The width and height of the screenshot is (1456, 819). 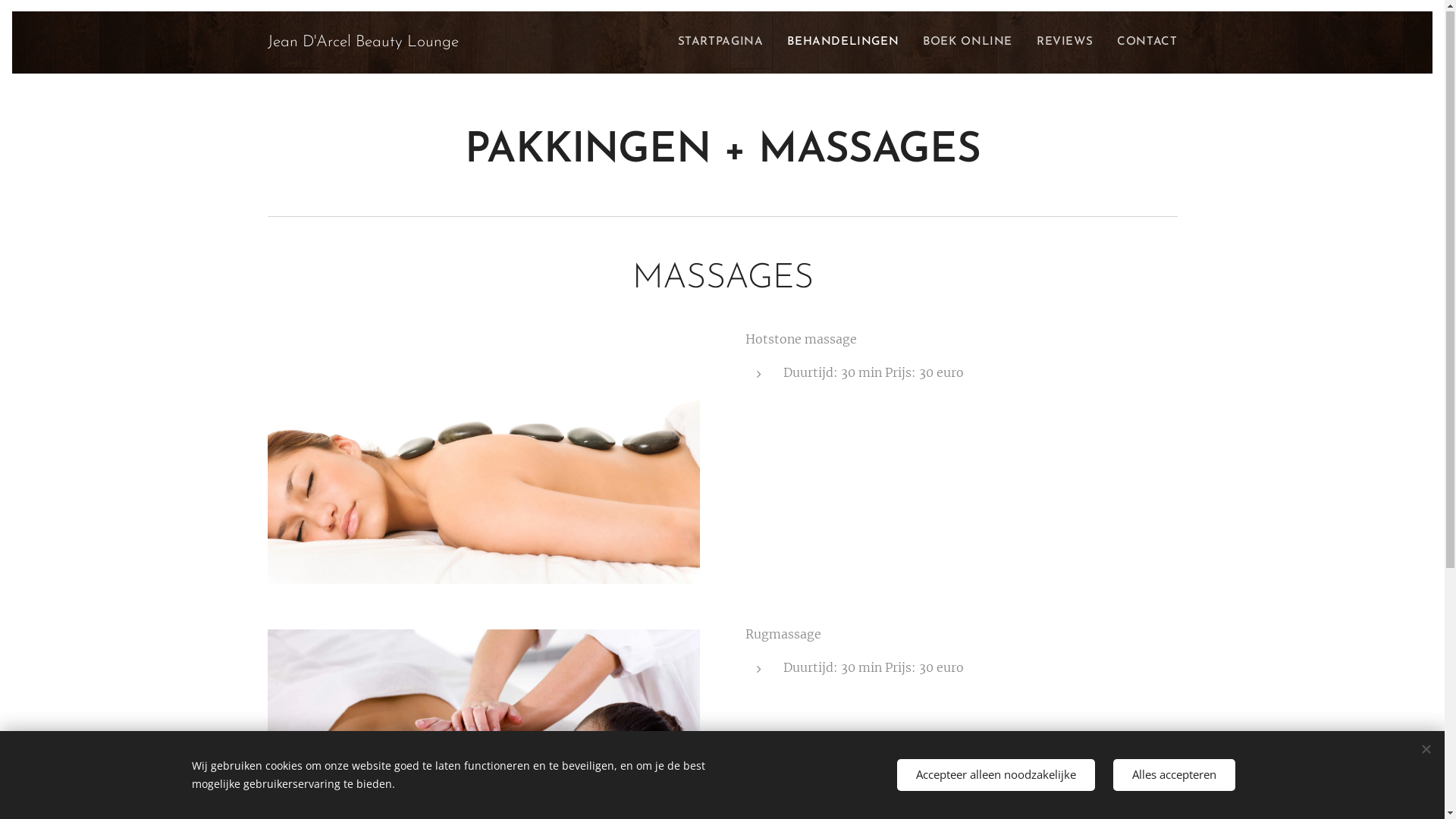 I want to click on 'BEHANDELINGEN', so click(x=842, y=42).